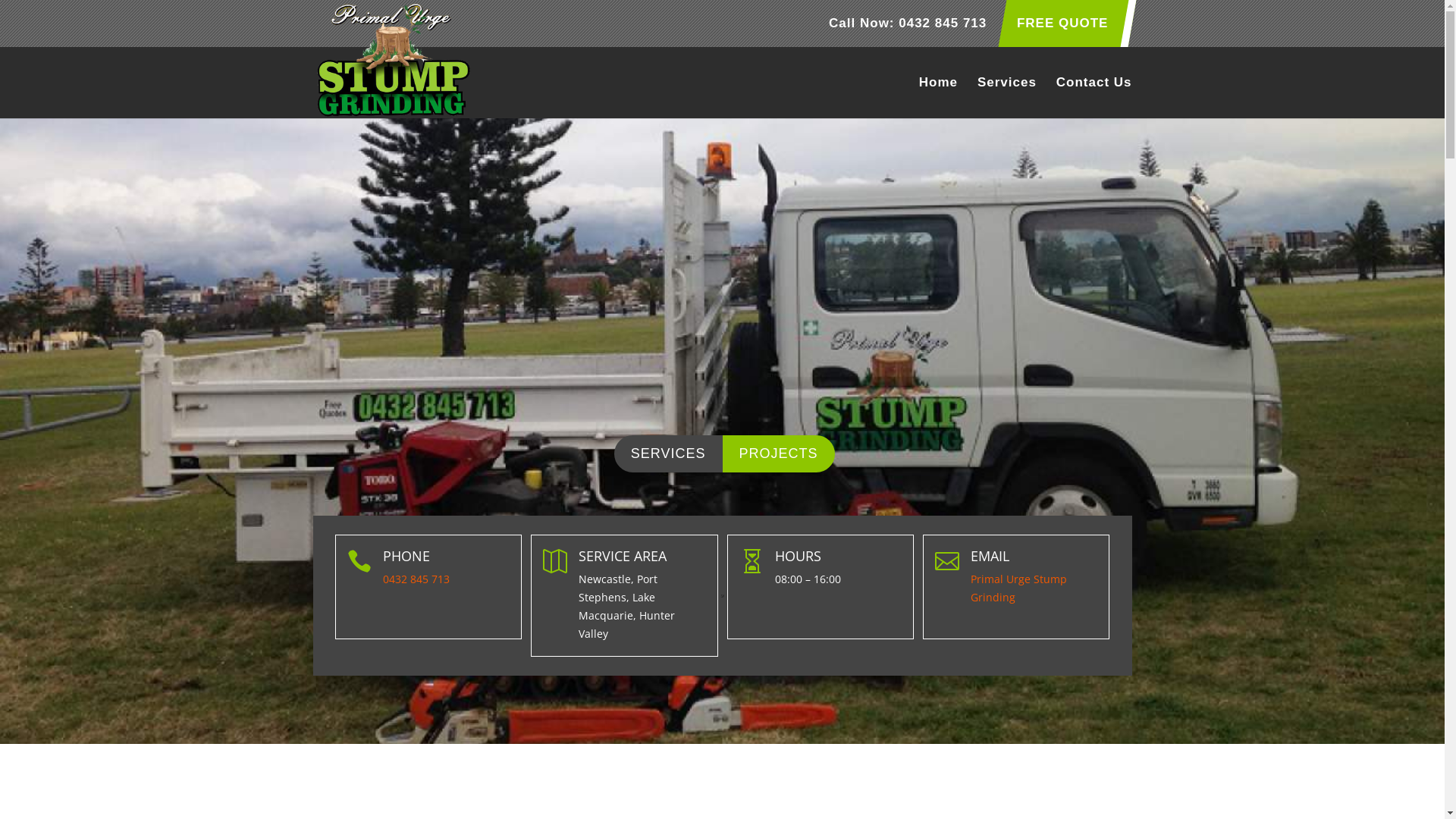 Image resolution: width=1456 pixels, height=819 pixels. I want to click on 'HOURS', so click(797, 555).